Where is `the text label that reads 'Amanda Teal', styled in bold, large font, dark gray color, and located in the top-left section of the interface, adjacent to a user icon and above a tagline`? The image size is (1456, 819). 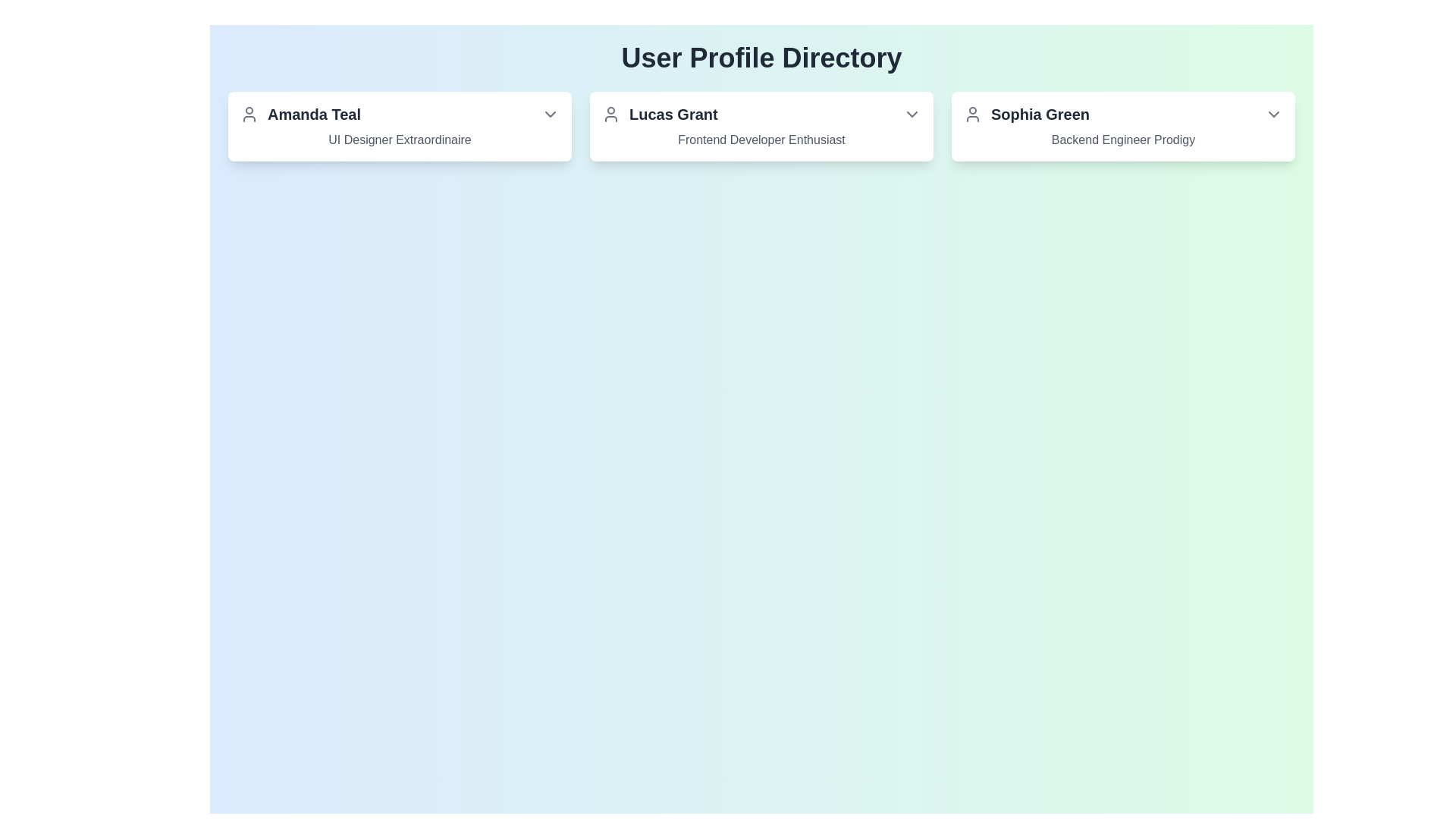 the text label that reads 'Amanda Teal', styled in bold, large font, dark gray color, and located in the top-left section of the interface, adjacent to a user icon and above a tagline is located at coordinates (313, 113).